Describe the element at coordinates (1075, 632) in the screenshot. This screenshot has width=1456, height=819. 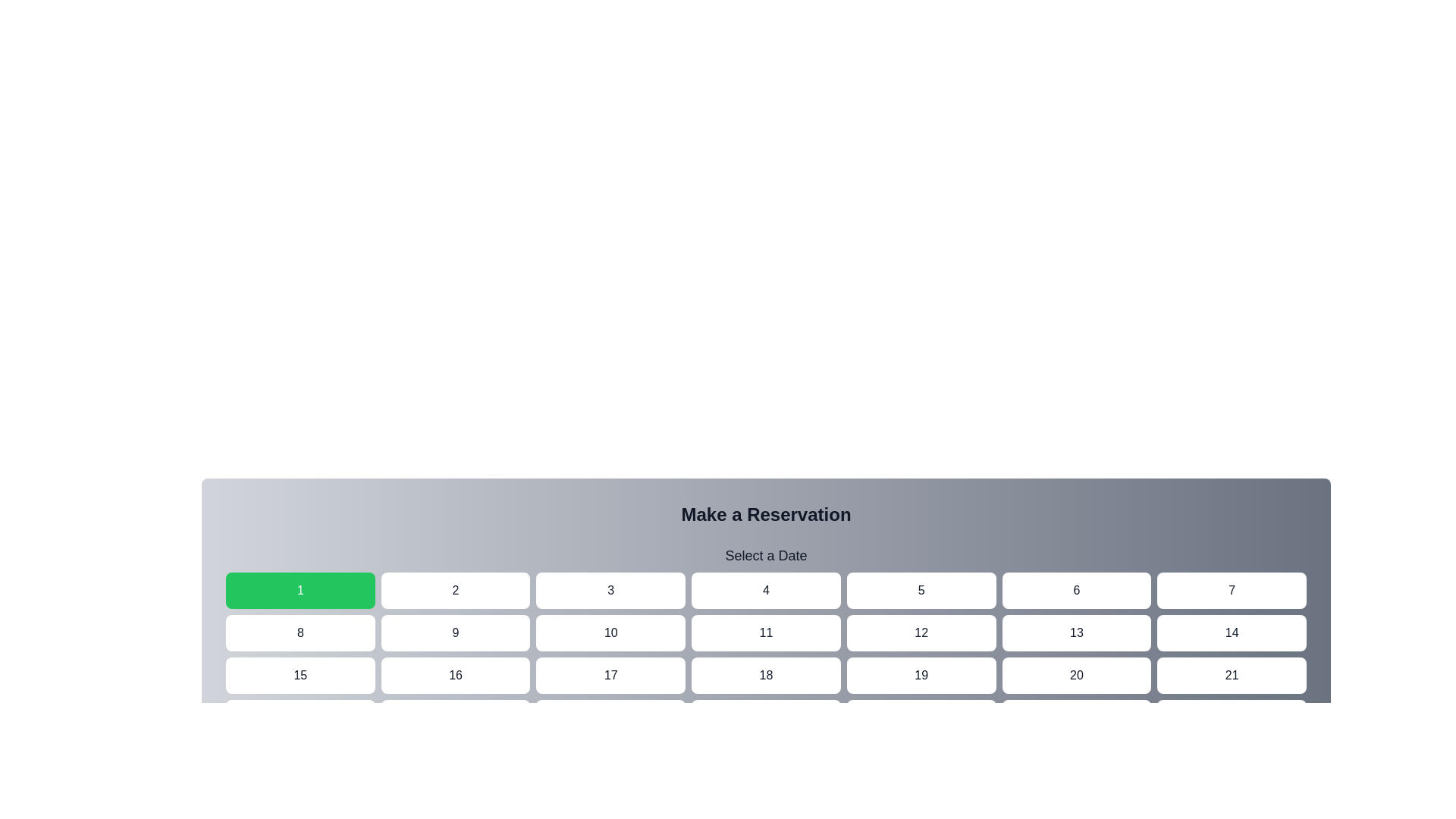
I see `the rectangular button with rounded corners and the number '13' centered in black text` at that location.